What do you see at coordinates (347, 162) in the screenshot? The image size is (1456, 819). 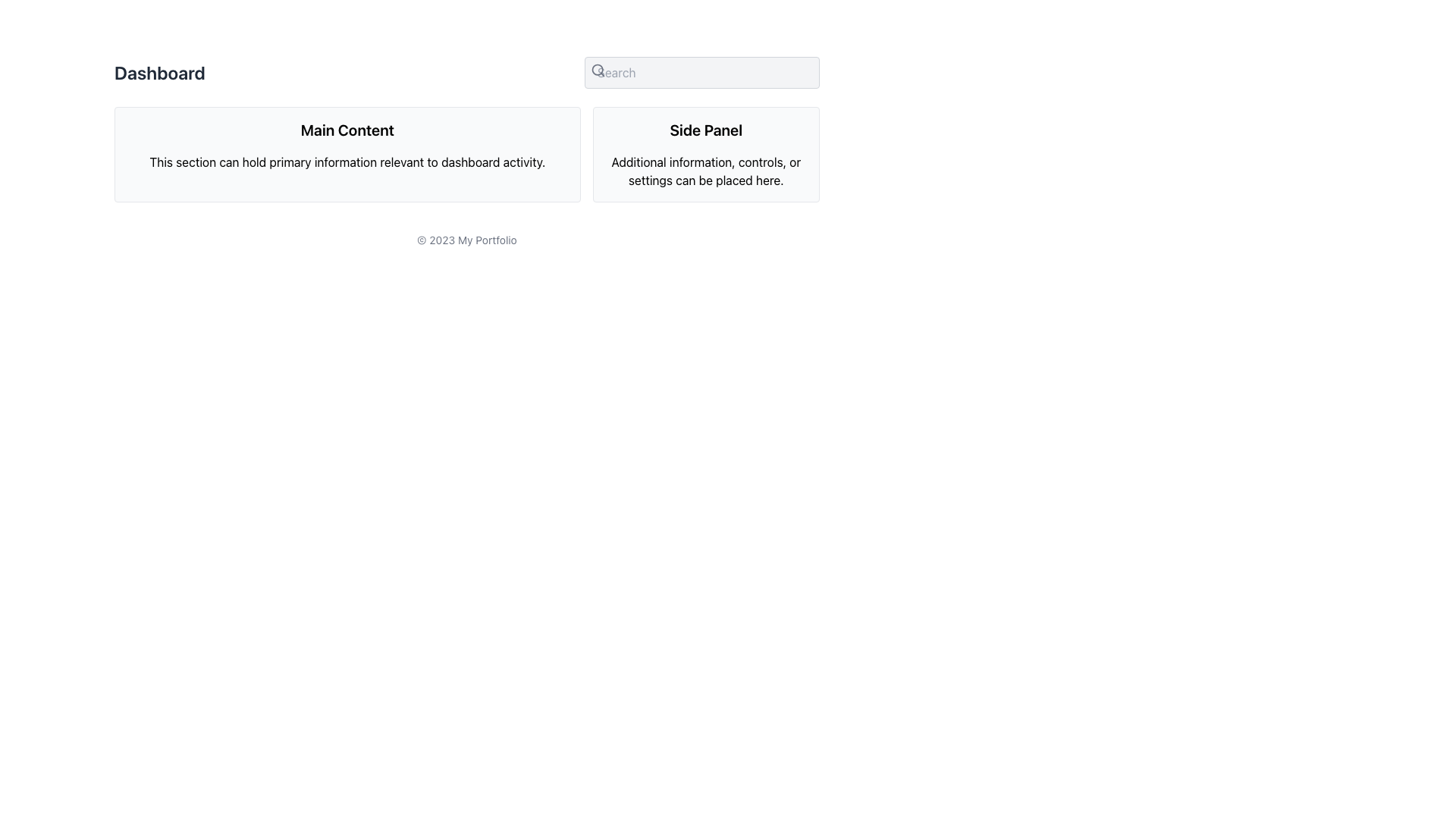 I see `the descriptive Text block located directly below the header text 'Main Content' on the dashboard, which provides context or guidance to the user` at bounding box center [347, 162].